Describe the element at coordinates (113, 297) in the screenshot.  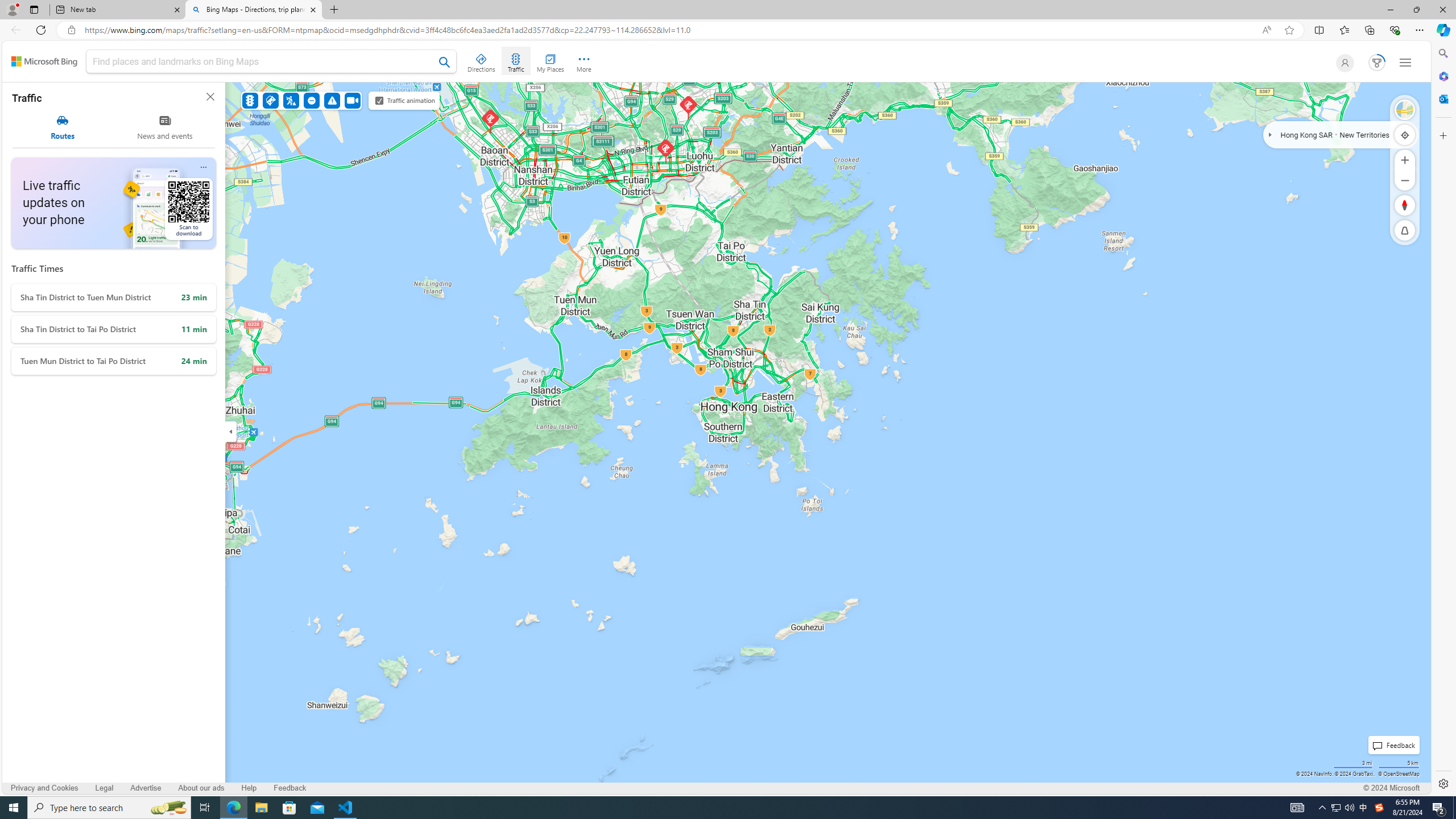
I see `'Sha Tin District to Tuen Mun District'` at that location.